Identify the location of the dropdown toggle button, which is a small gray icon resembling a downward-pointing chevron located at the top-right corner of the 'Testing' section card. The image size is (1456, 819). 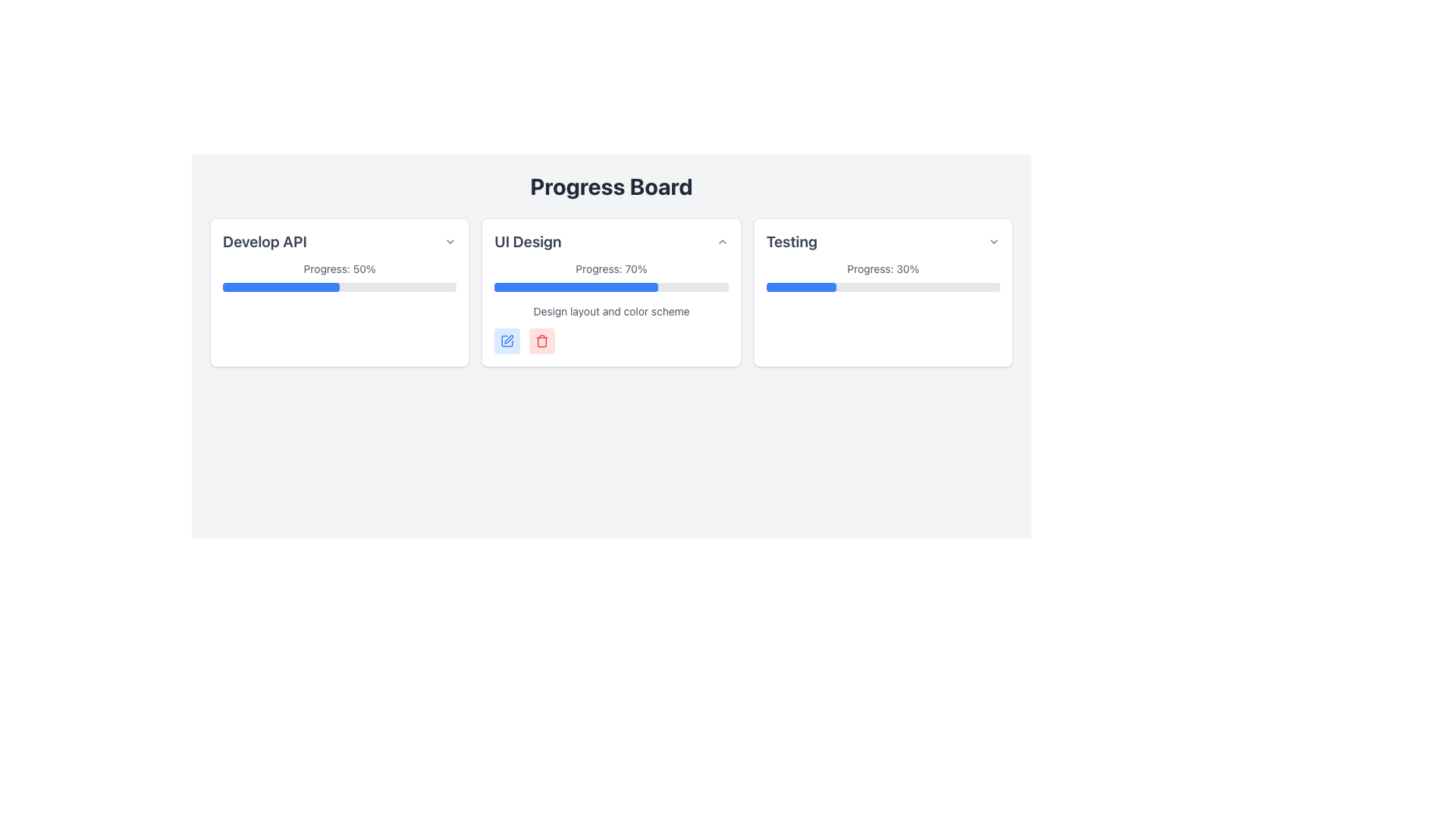
(993, 241).